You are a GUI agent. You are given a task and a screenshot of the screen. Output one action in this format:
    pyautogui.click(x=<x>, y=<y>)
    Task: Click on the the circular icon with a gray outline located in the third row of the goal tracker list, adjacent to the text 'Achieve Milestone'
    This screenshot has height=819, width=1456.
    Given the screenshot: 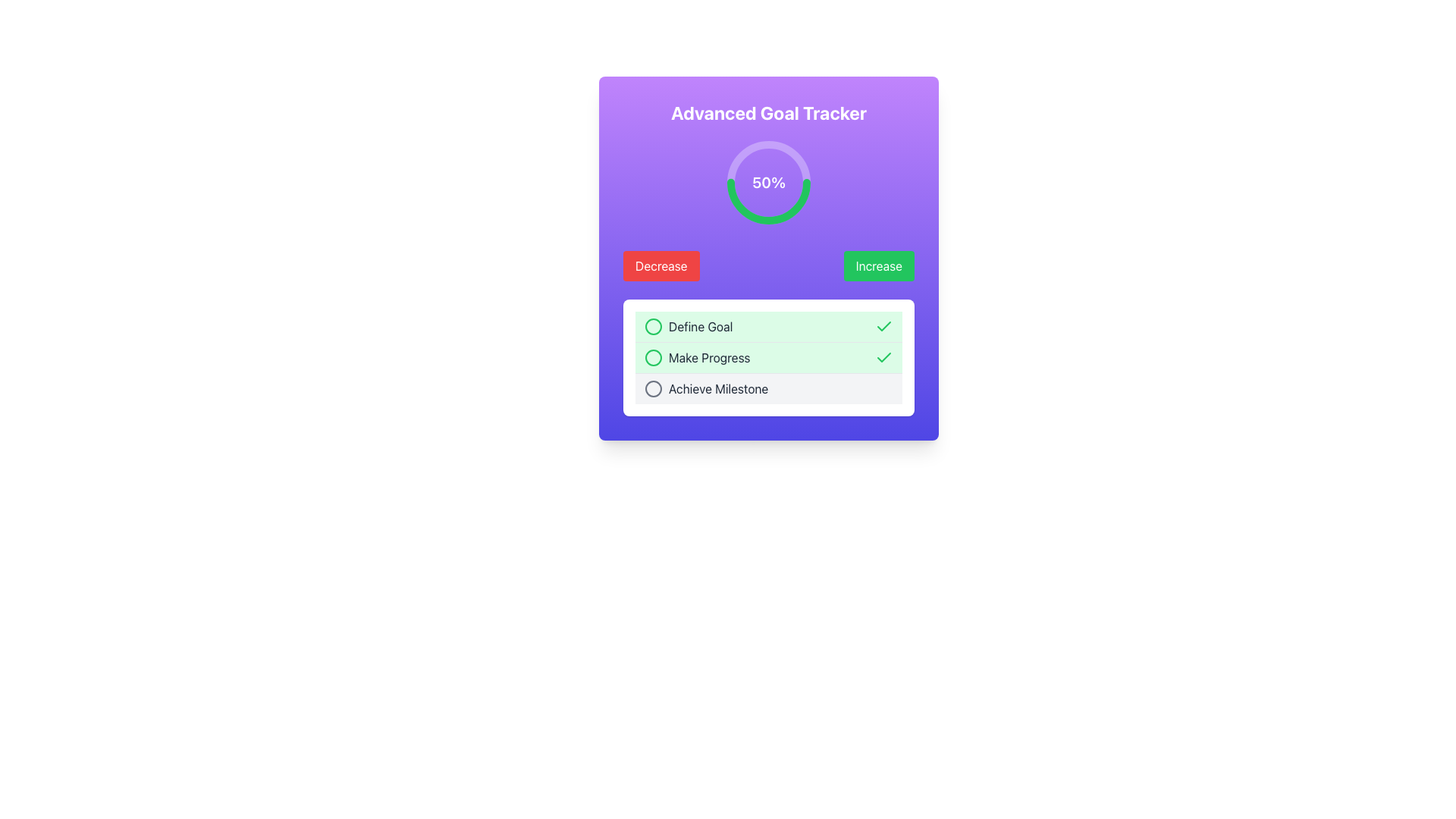 What is the action you would take?
    pyautogui.click(x=654, y=388)
    